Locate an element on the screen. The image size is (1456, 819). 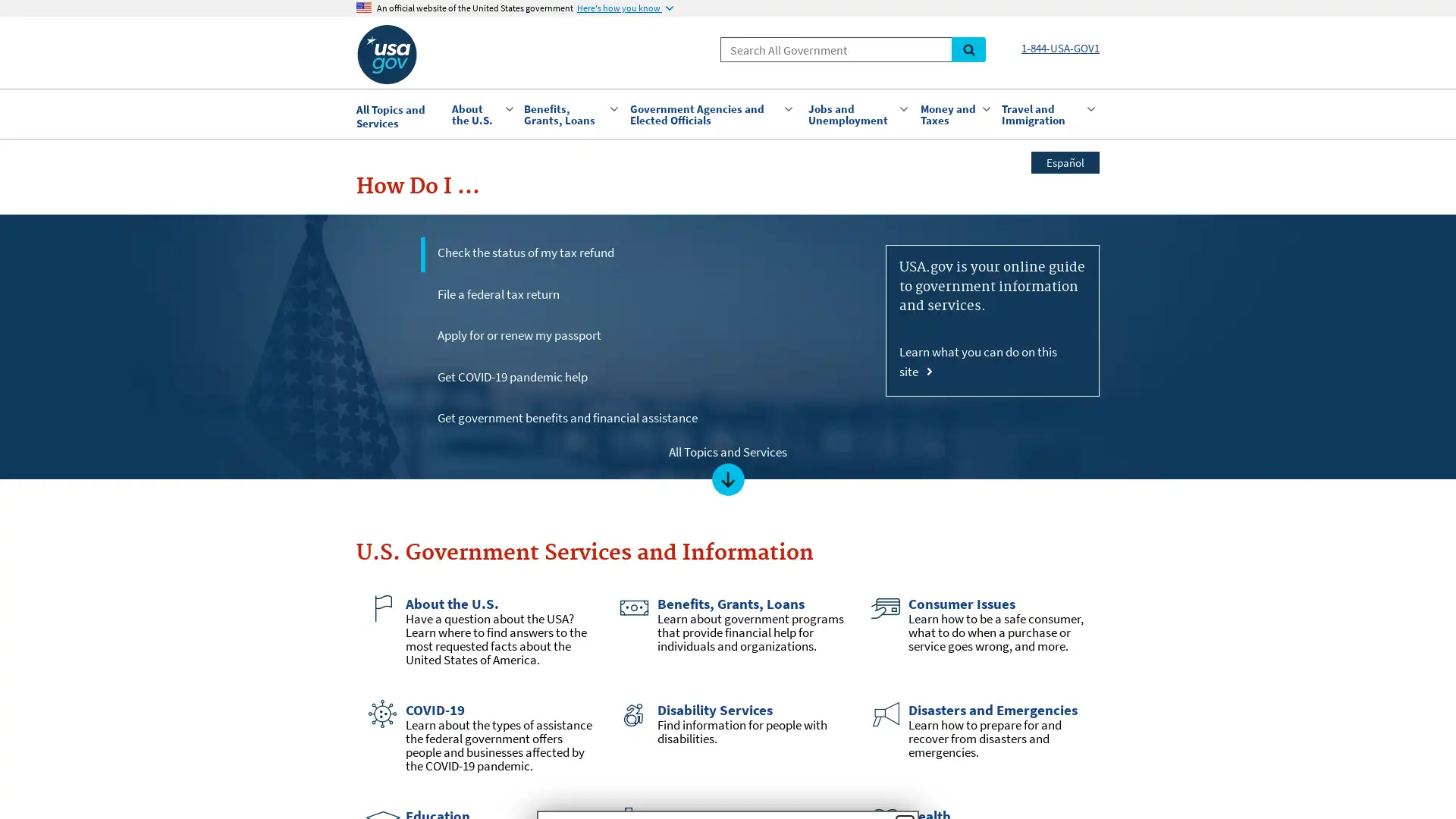
Government Agencies and Elected Officials is located at coordinates (710, 113).